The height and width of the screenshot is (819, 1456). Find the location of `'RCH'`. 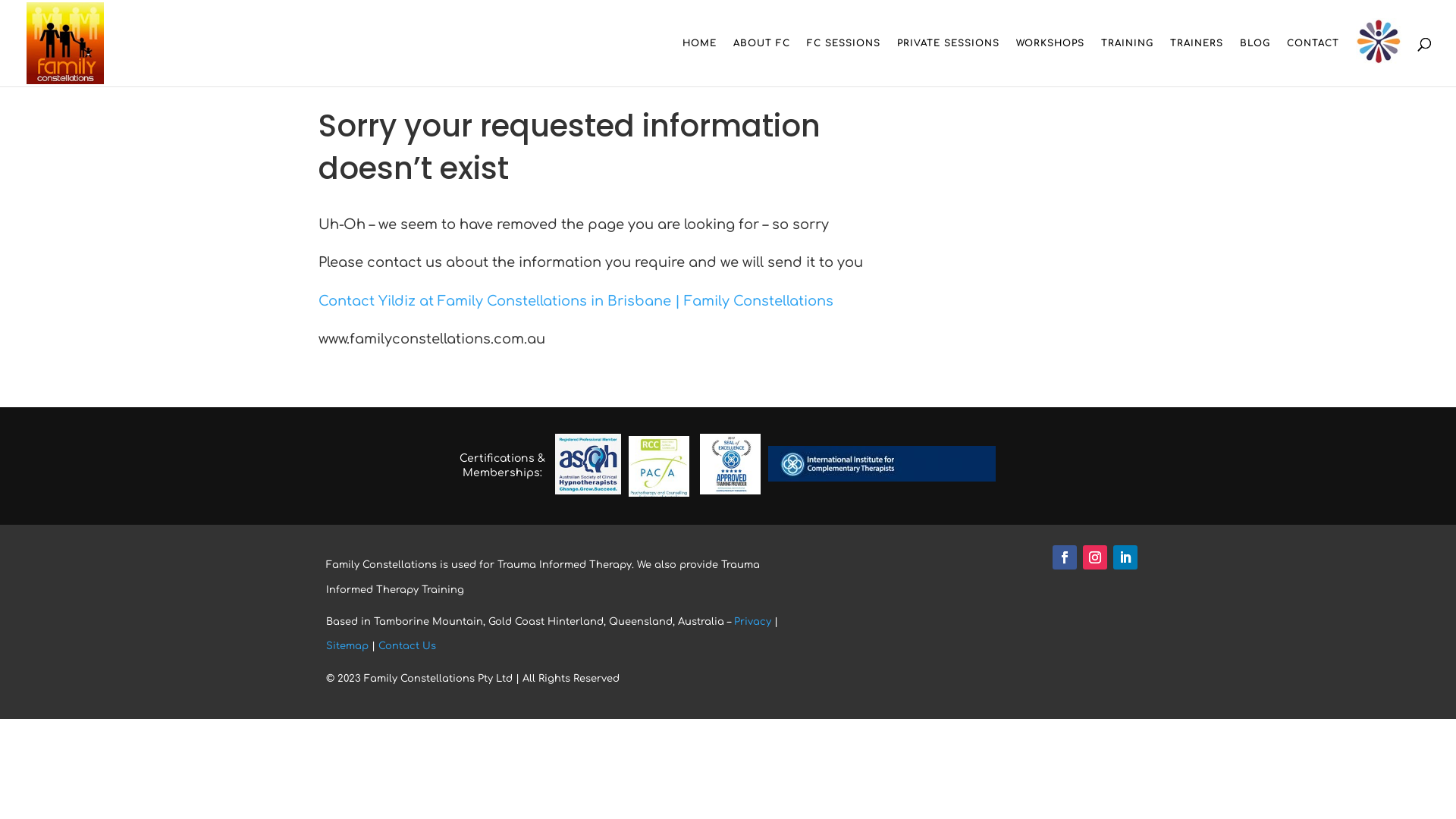

'RCH' is located at coordinates (1379, 42).